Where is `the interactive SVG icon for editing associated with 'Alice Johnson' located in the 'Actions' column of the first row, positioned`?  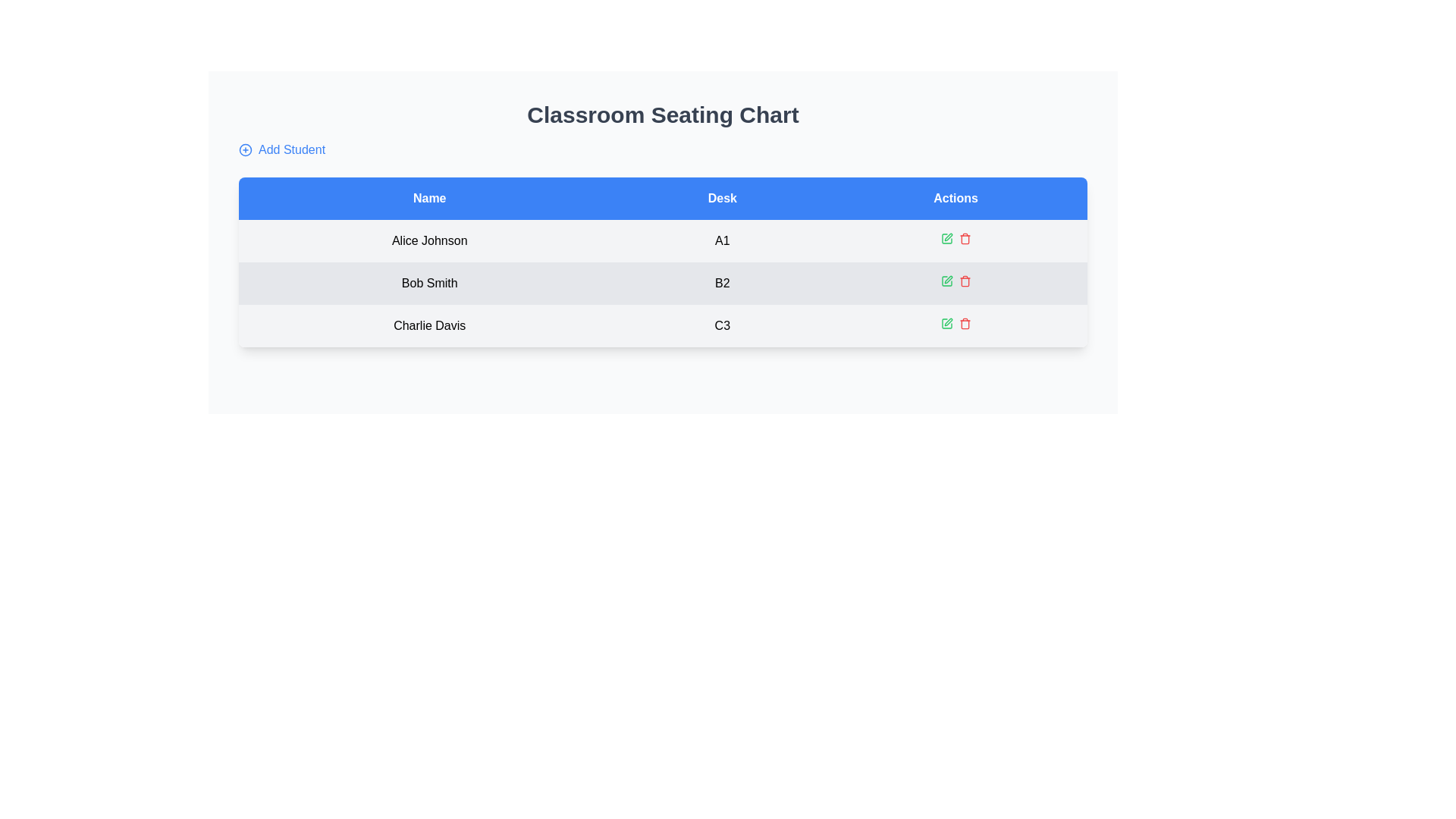 the interactive SVG icon for editing associated with 'Alice Johnson' located in the 'Actions' column of the first row, positioned is located at coordinates (946, 239).